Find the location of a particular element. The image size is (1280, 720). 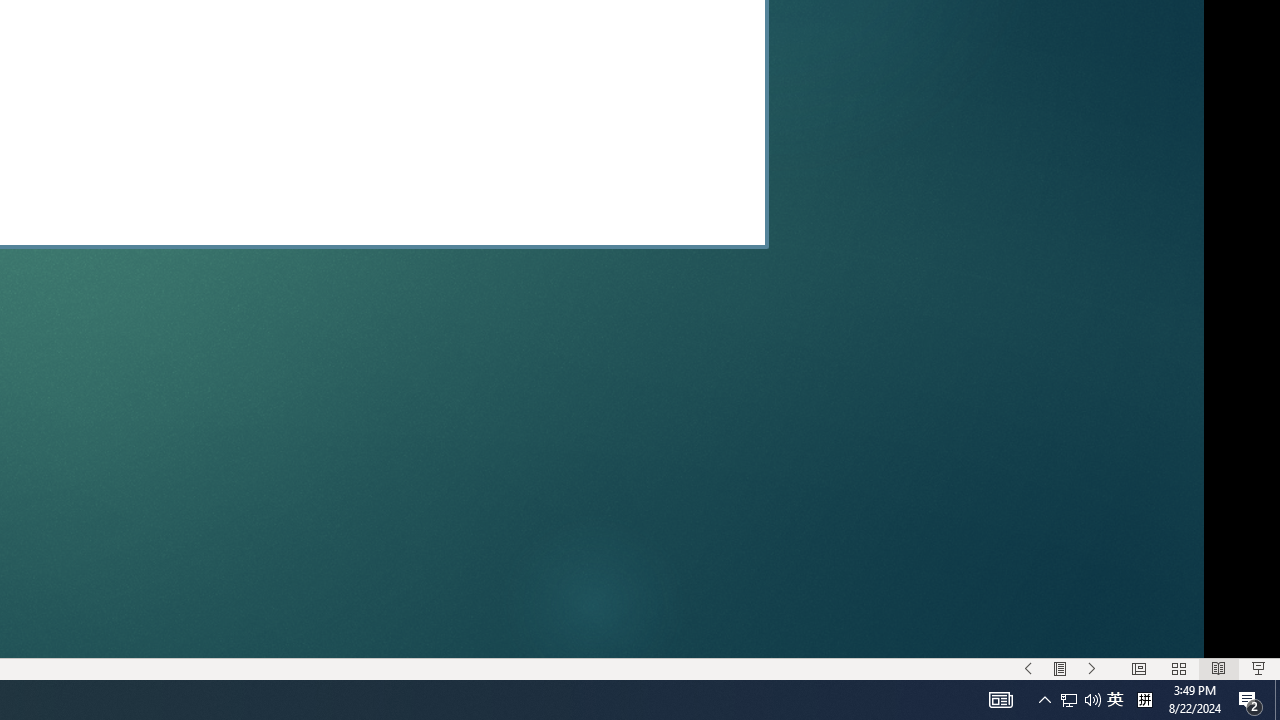

'Slide Show Next On' is located at coordinates (1091, 669).